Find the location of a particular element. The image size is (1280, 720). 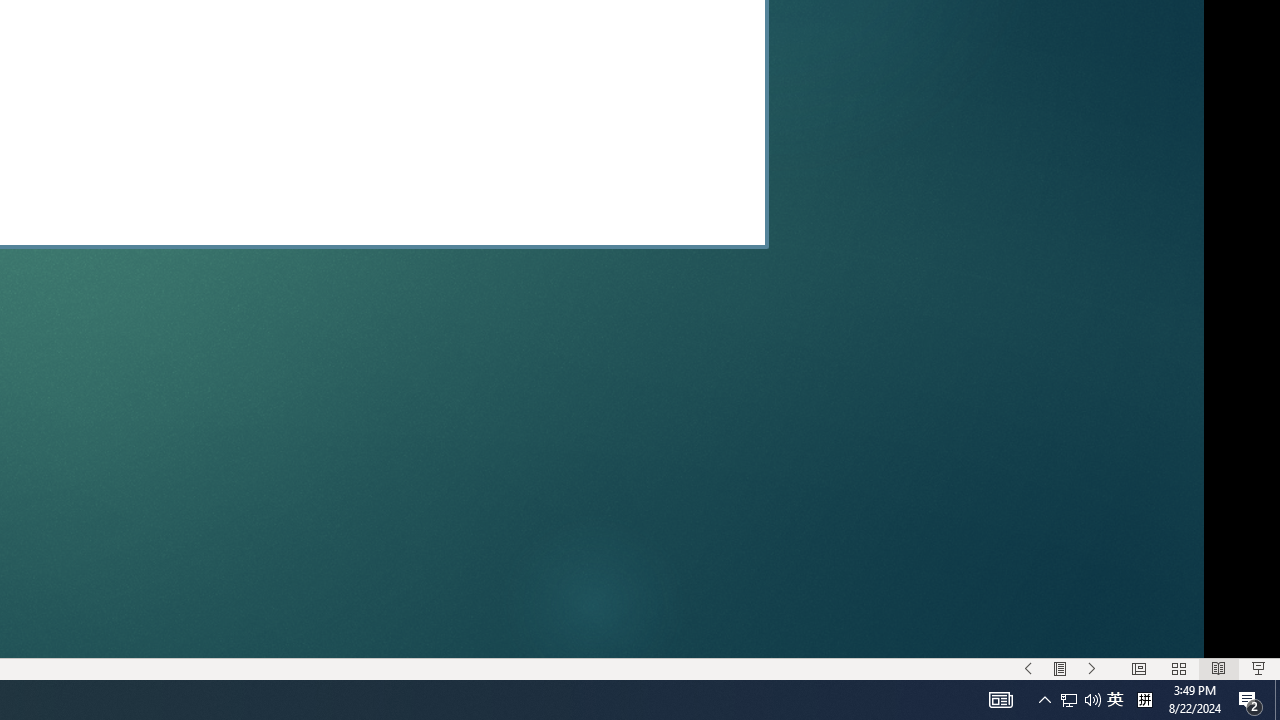

'Slide Show Next On' is located at coordinates (1091, 669).